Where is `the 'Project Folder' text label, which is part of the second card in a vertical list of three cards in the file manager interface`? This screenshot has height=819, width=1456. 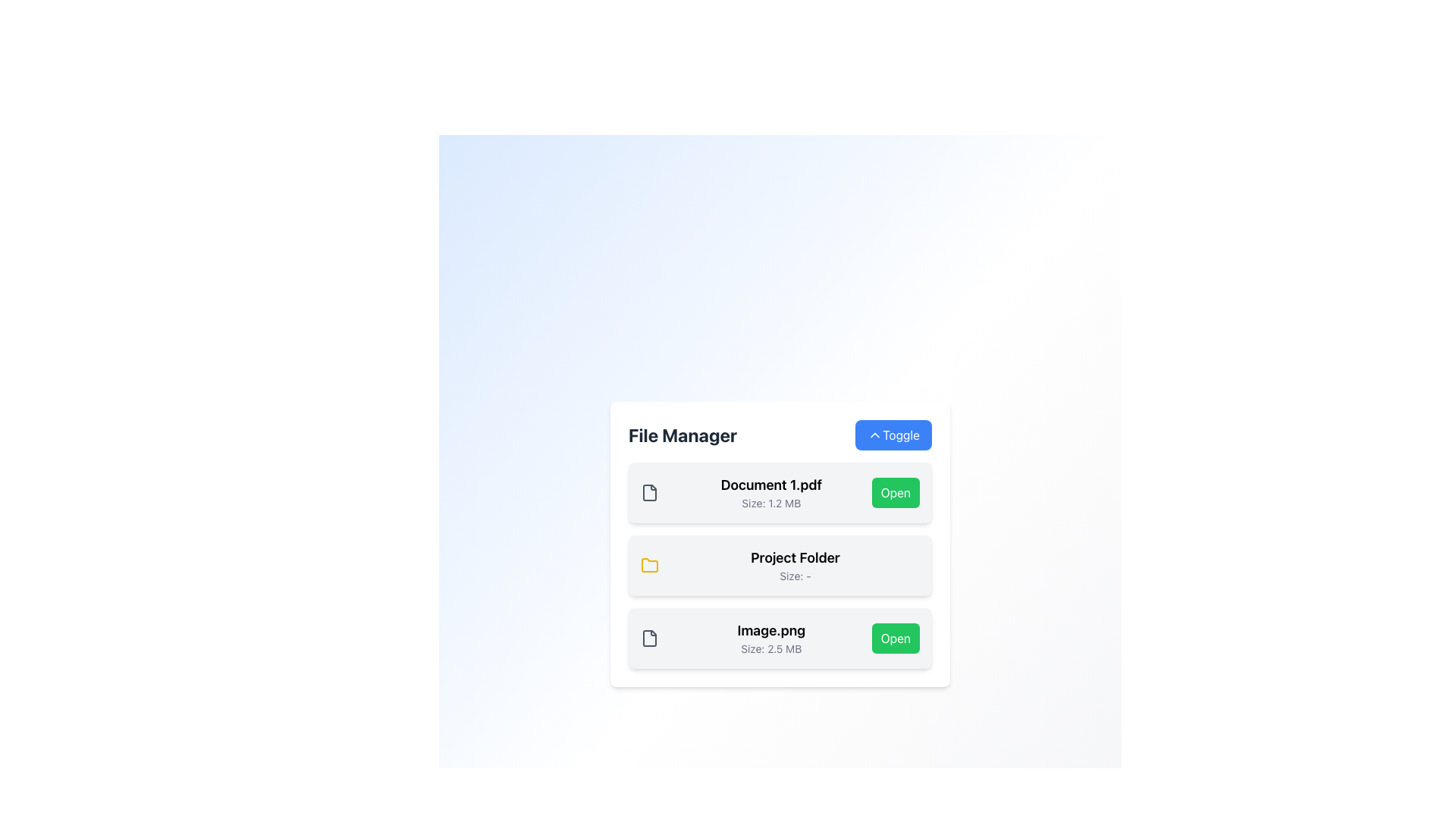 the 'Project Folder' text label, which is part of the second card in a vertical list of three cards in the file manager interface is located at coordinates (795, 565).